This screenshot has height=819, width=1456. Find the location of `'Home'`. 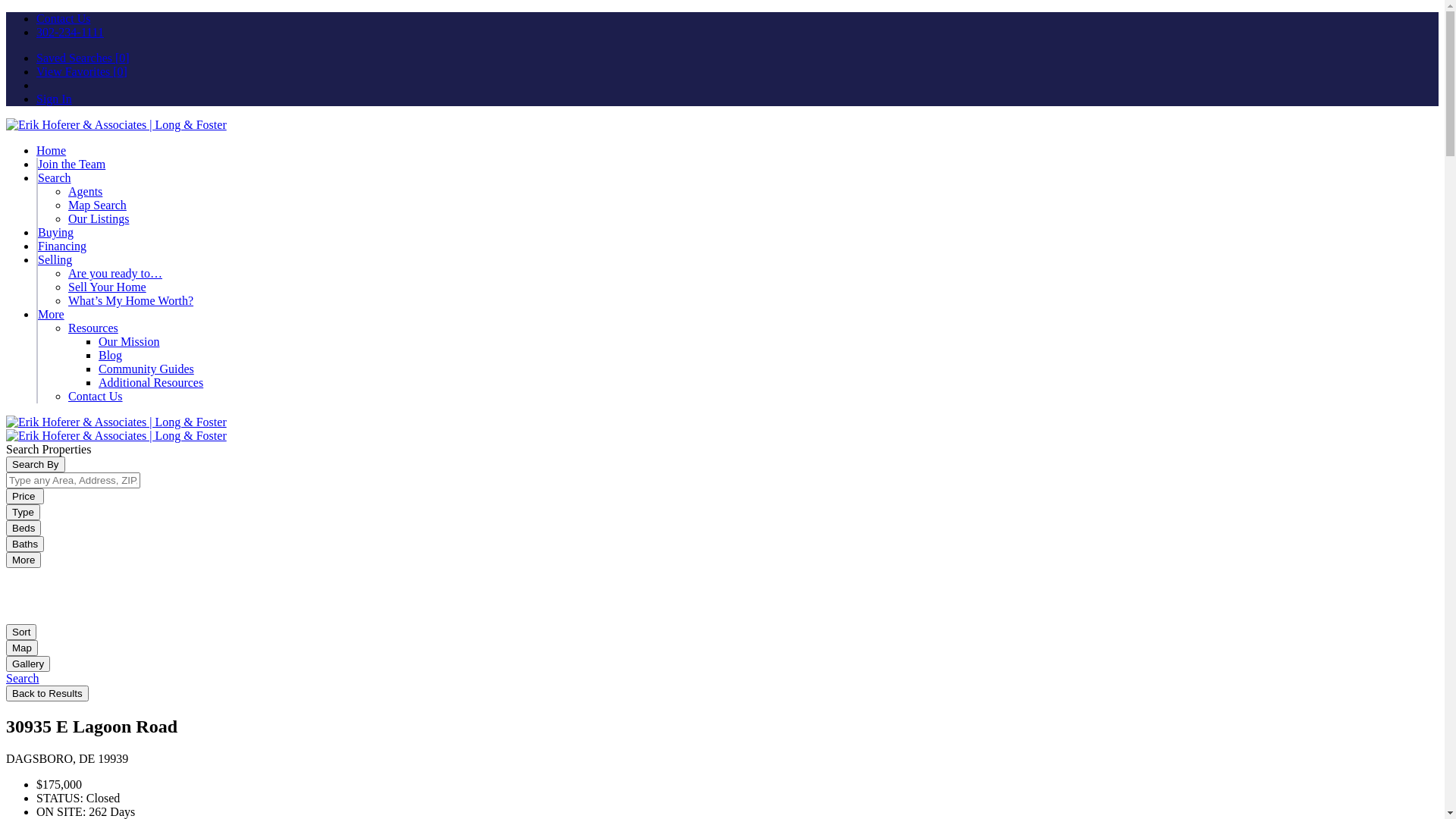

'Home' is located at coordinates (36, 150).